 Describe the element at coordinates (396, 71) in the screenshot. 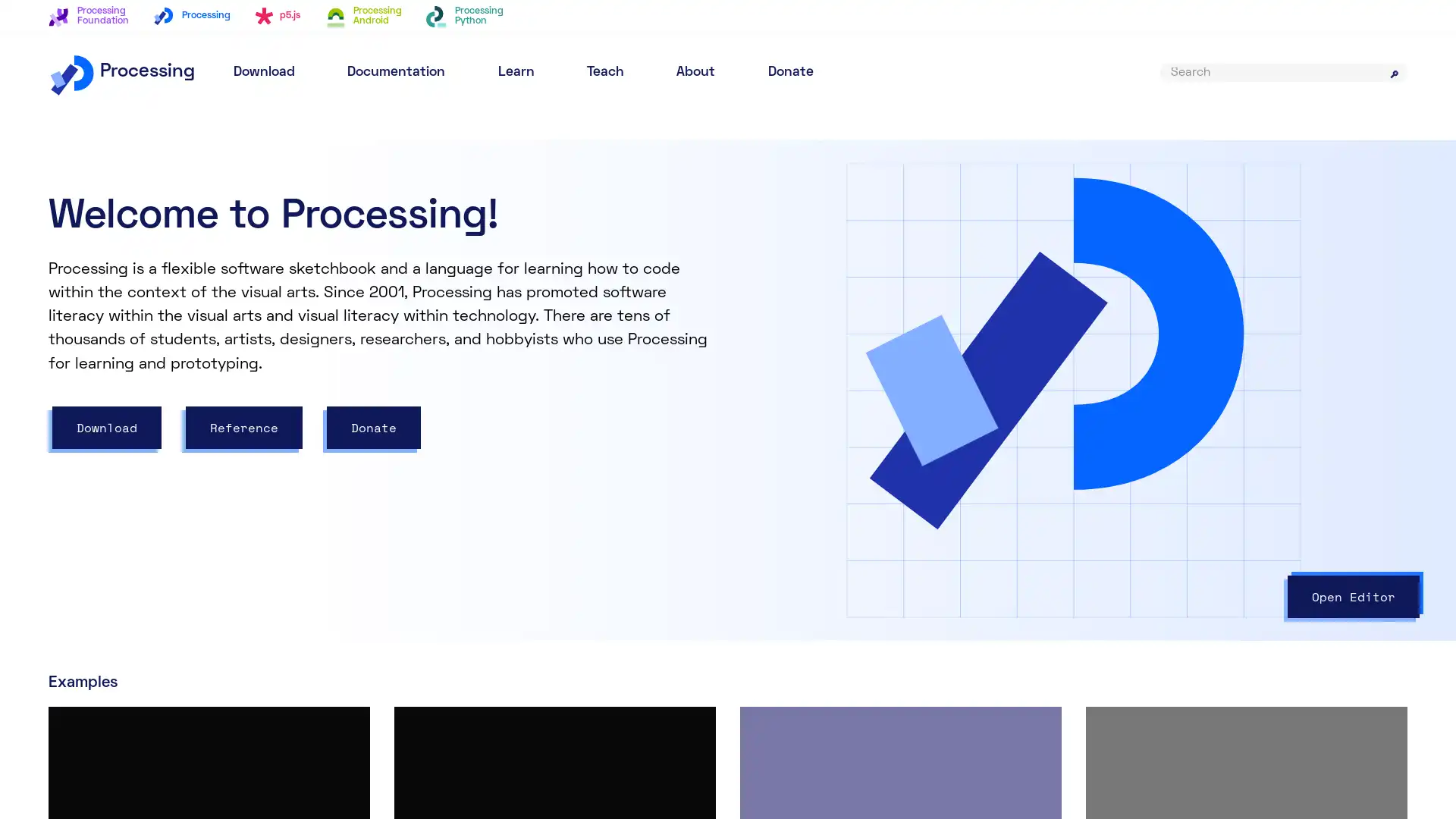

I see `Documentation` at that location.